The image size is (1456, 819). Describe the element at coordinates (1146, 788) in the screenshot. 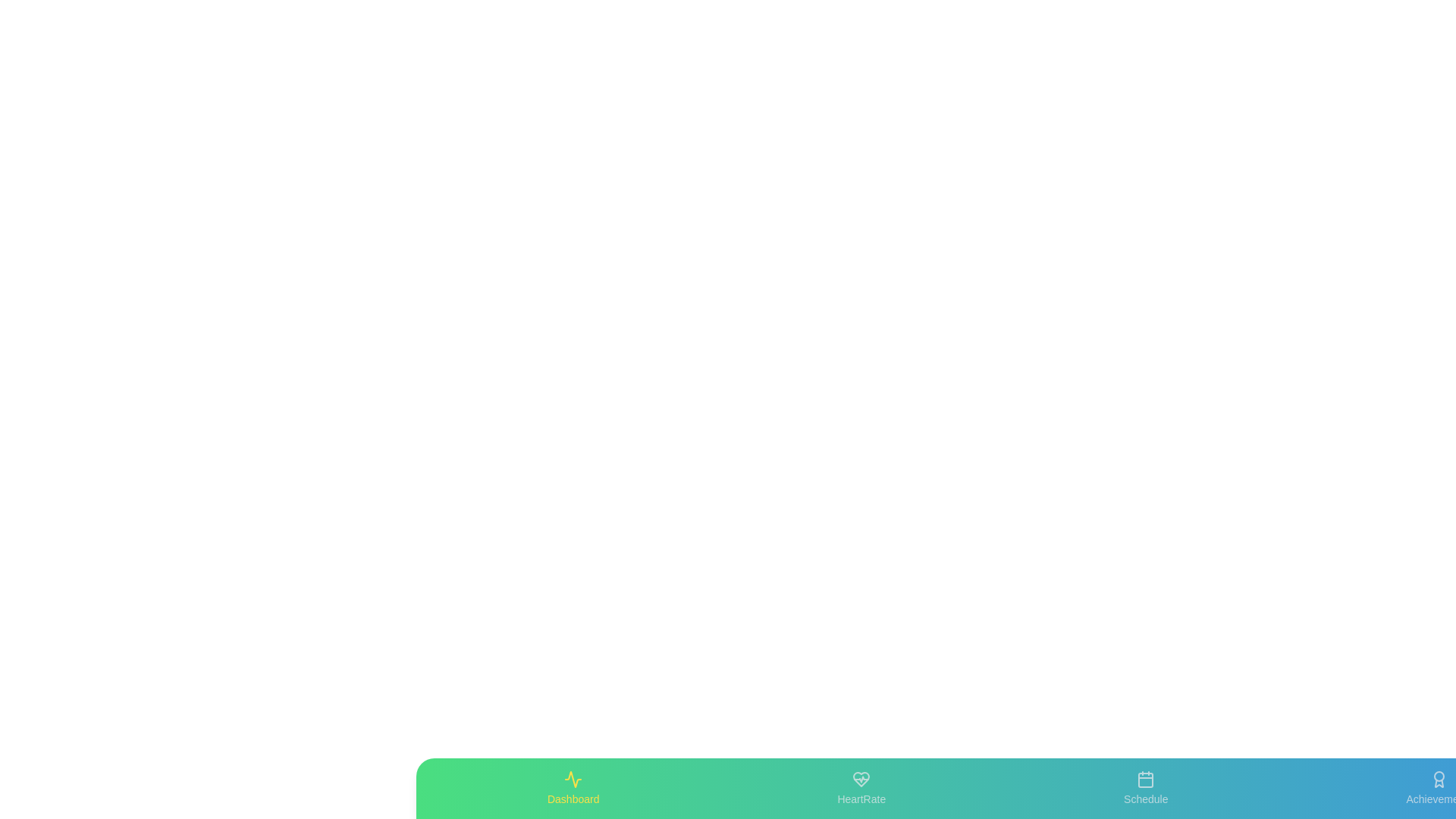

I see `the Schedule tab in the navigation bar` at that location.